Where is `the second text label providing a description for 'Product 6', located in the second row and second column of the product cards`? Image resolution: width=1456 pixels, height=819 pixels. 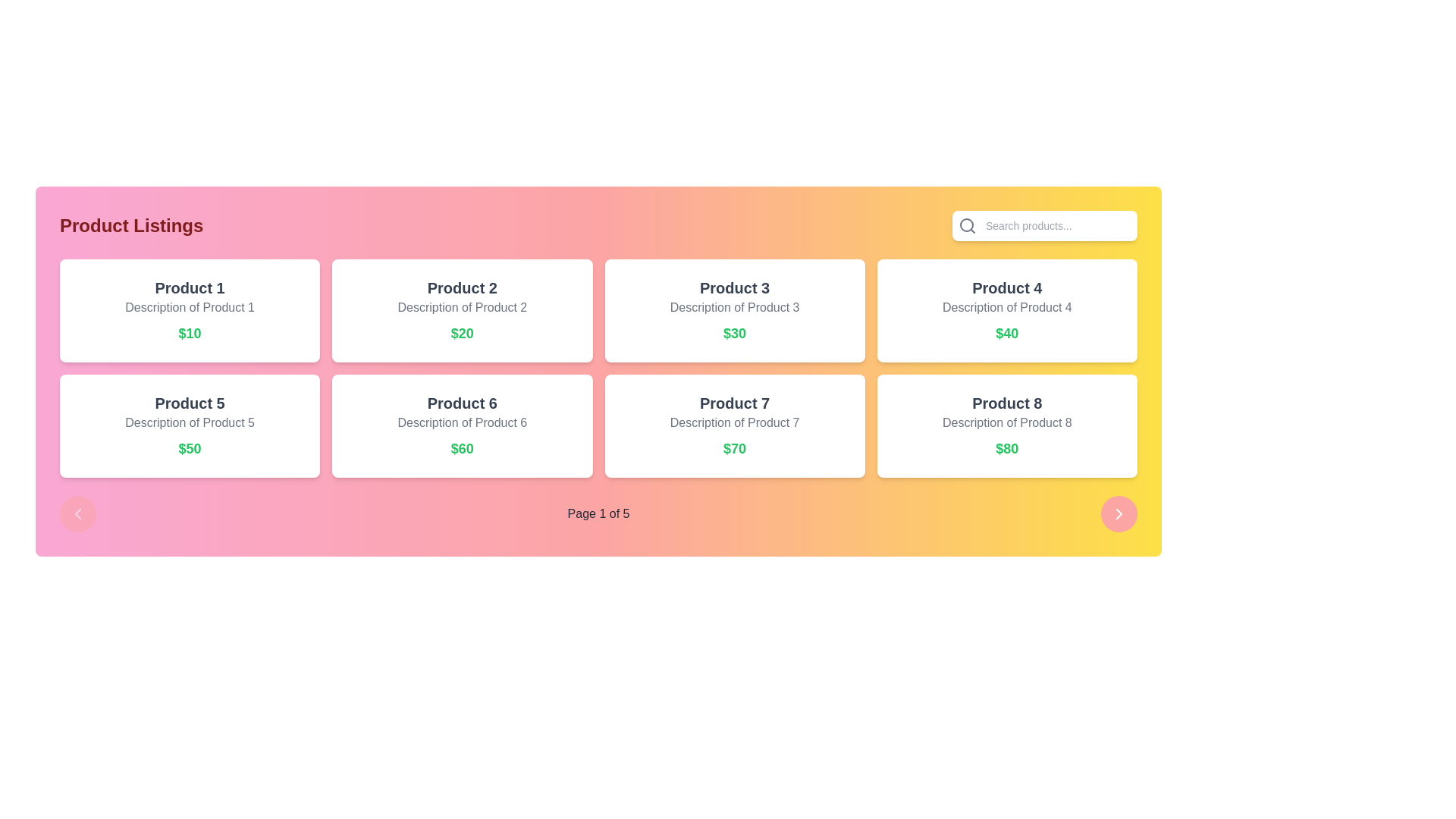 the second text label providing a description for 'Product 6', located in the second row and second column of the product cards is located at coordinates (461, 423).